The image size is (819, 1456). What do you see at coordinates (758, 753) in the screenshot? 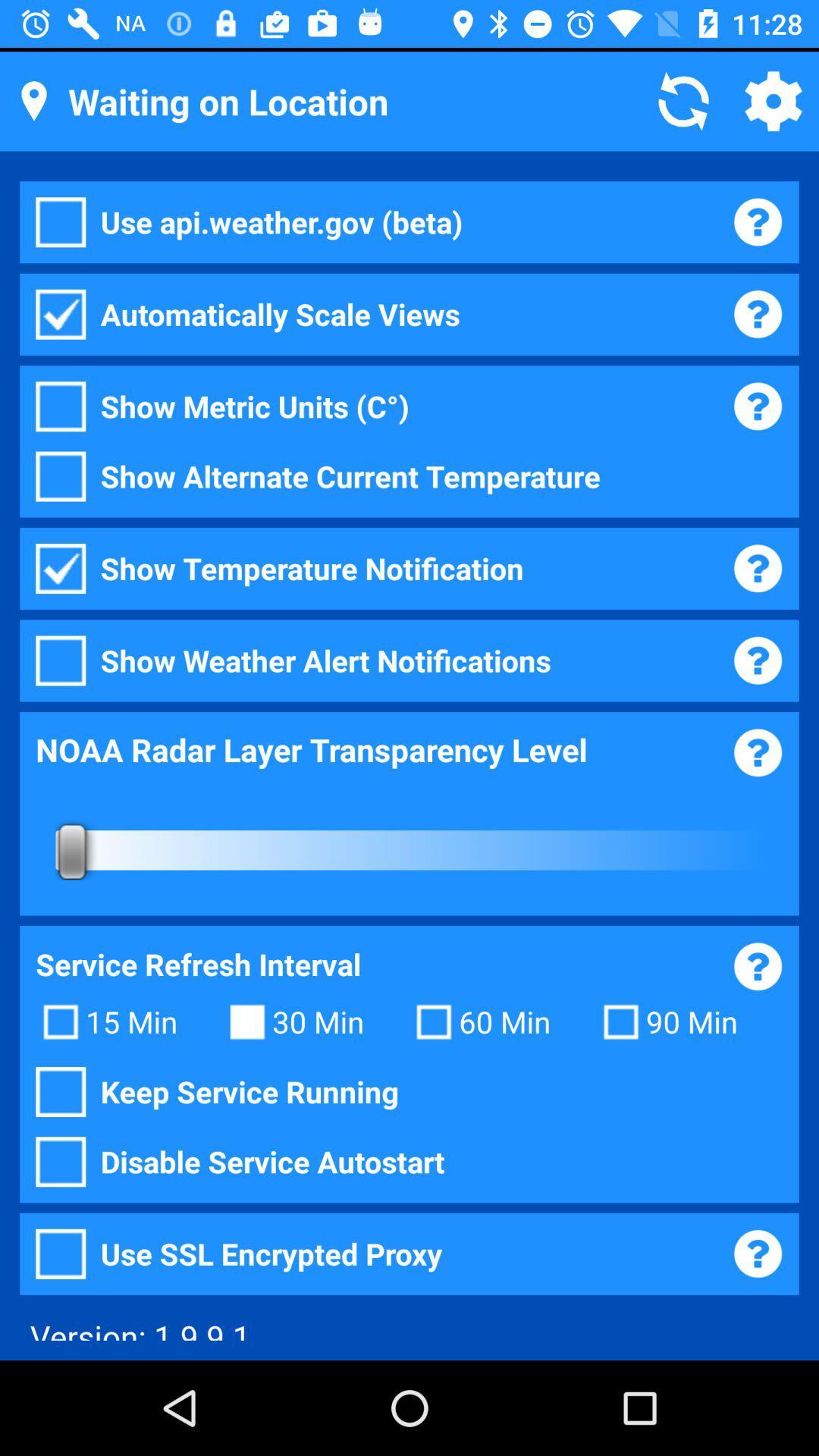
I see `the help icon` at bounding box center [758, 753].